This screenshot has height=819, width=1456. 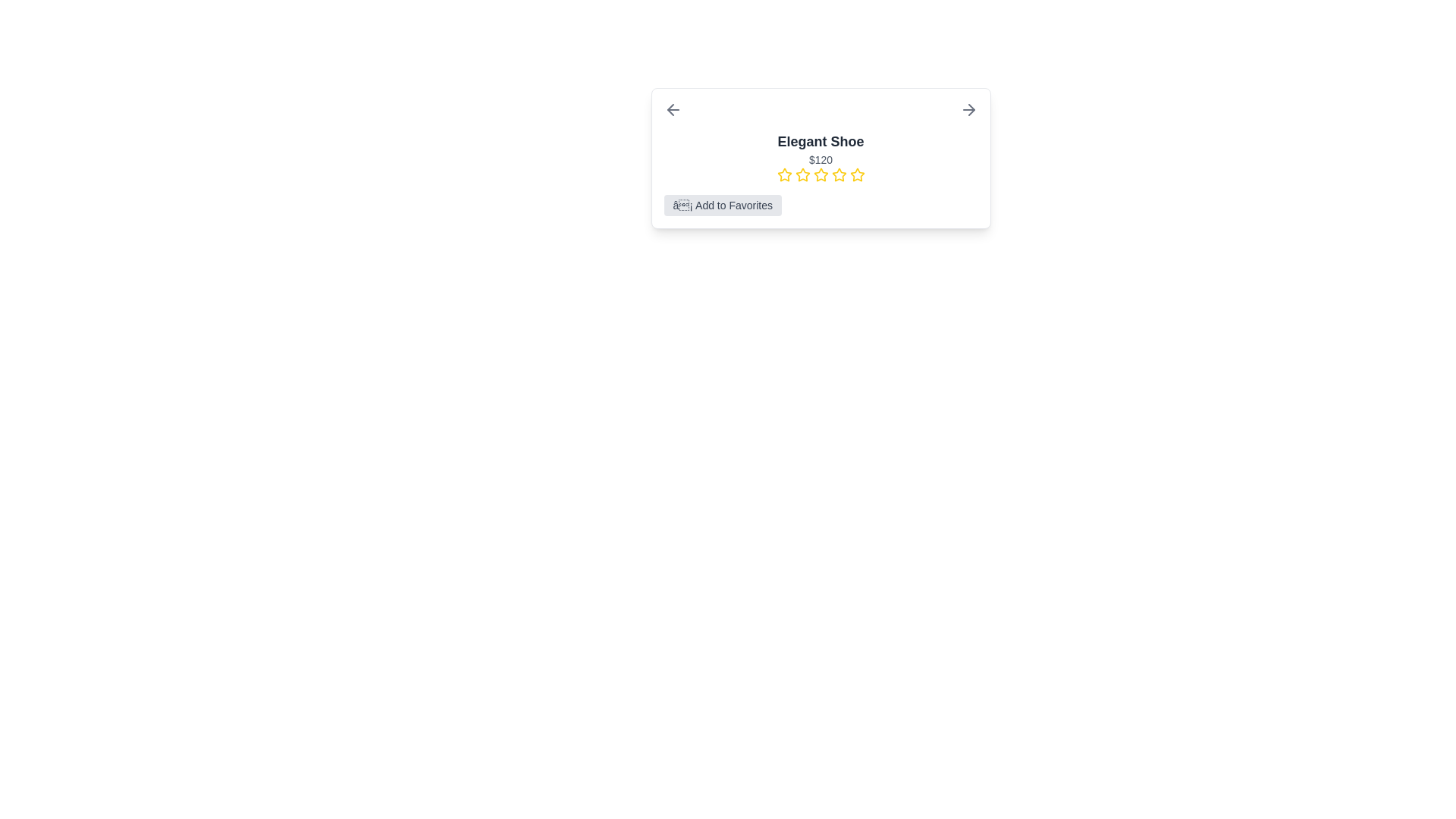 I want to click on the right-pointing arrow button in the header section of the card UI component, so click(x=968, y=109).